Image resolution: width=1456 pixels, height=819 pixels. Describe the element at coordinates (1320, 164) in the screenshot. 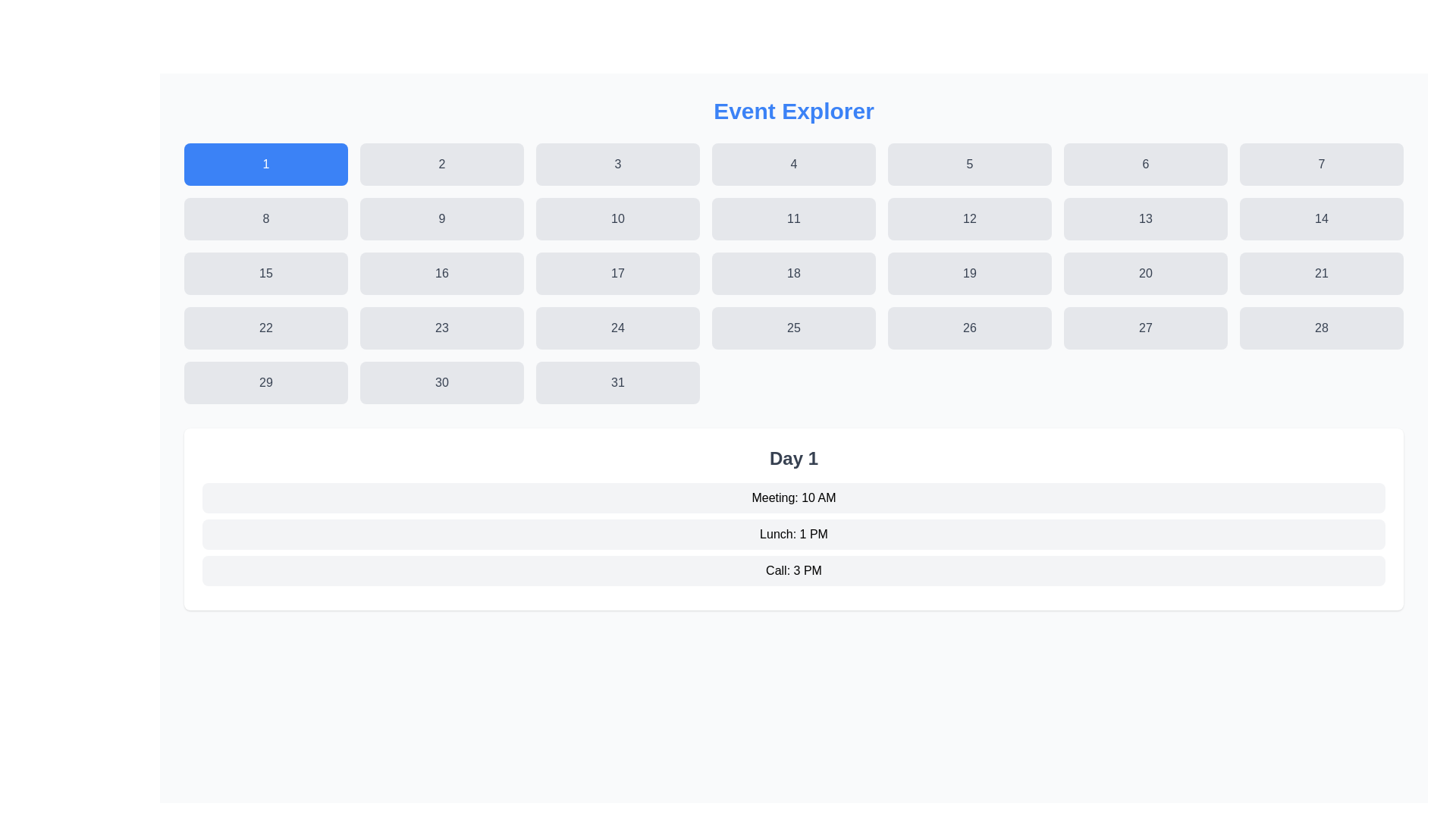

I see `the selectable unit button in the top row of the 7-column grid layout, which is the seventh item aligned below the 'Event Explorer' title` at that location.